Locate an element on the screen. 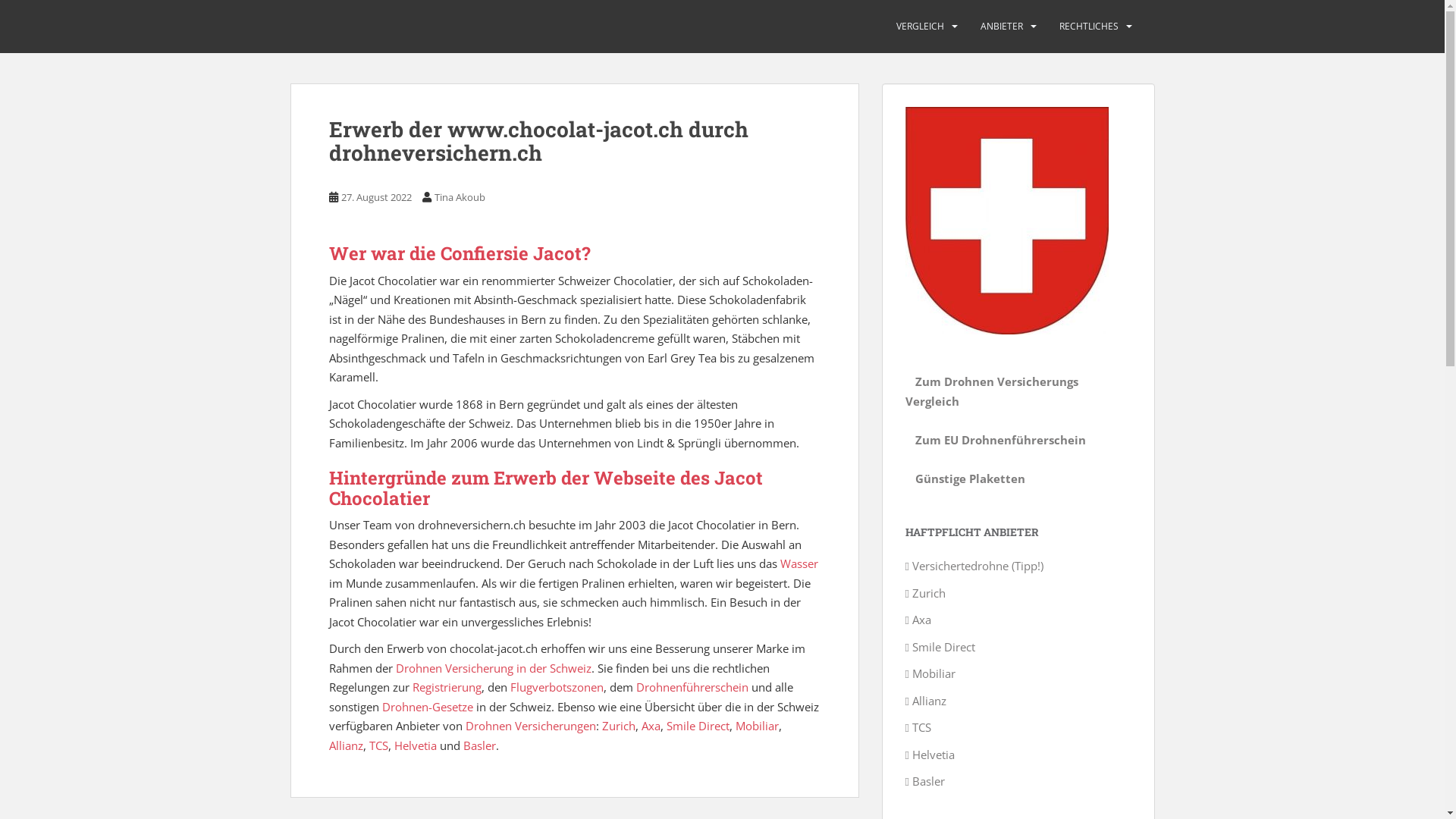  'Registrierung' is located at coordinates (446, 687).